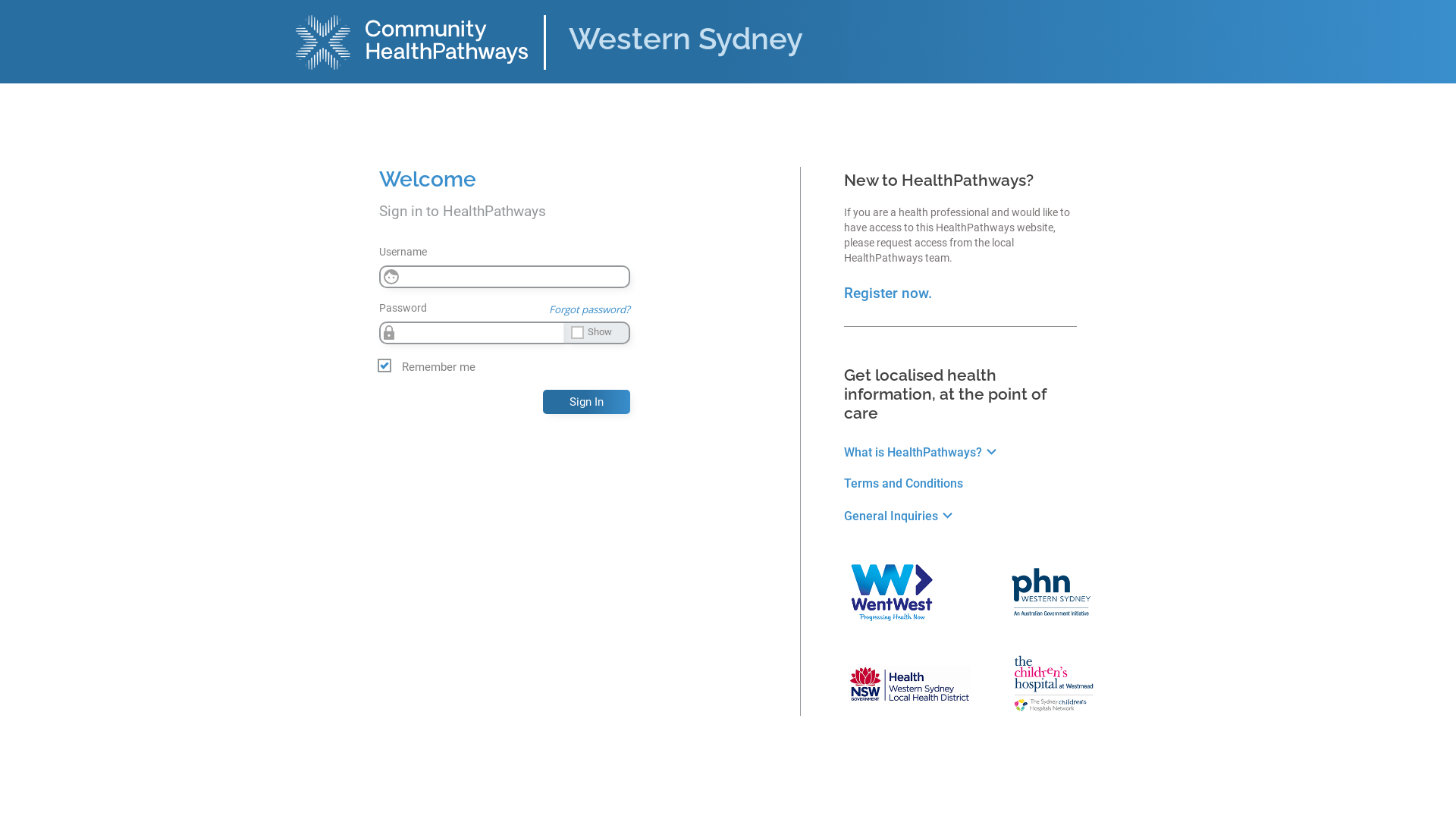 The width and height of the screenshot is (1456, 819). What do you see at coordinates (900, 515) in the screenshot?
I see `'General Inquiriesexpand_more'` at bounding box center [900, 515].